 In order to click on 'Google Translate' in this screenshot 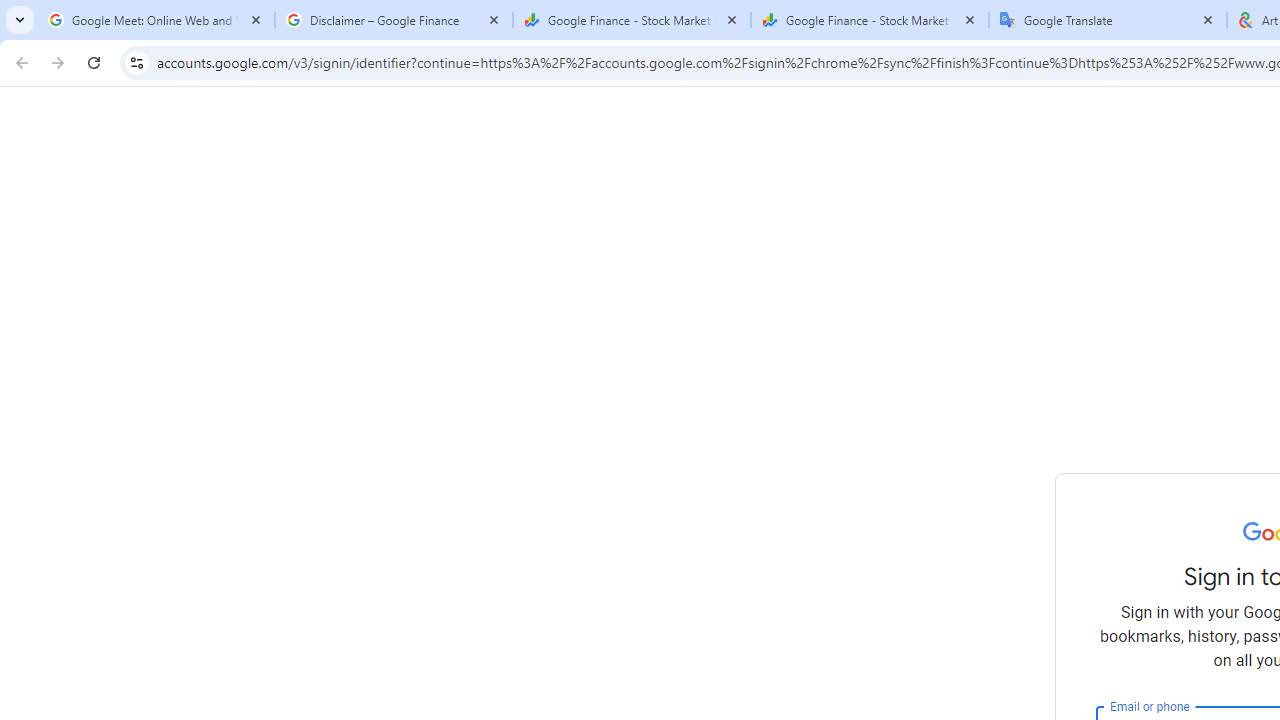, I will do `click(1107, 20)`.